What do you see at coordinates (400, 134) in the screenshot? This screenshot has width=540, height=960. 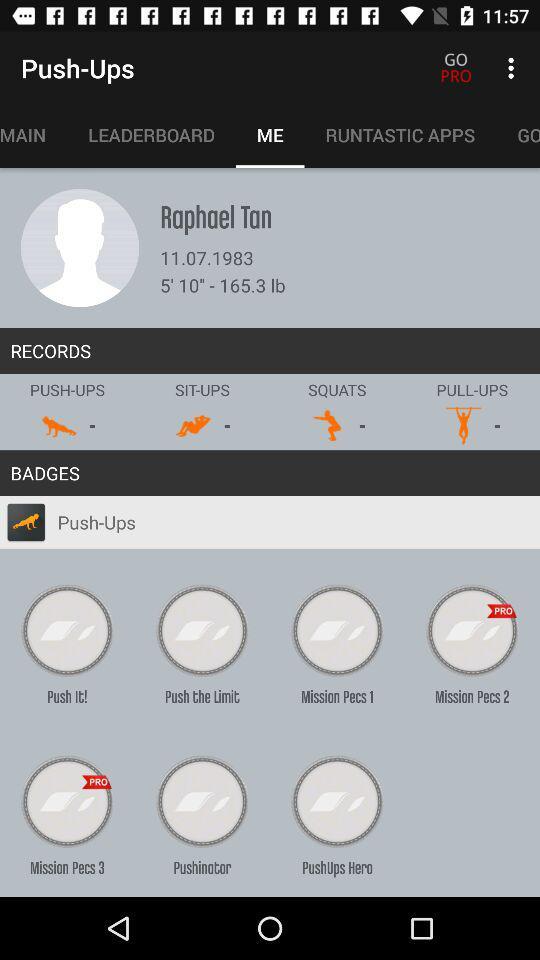 I see `icon to the left of go pro! icon` at bounding box center [400, 134].